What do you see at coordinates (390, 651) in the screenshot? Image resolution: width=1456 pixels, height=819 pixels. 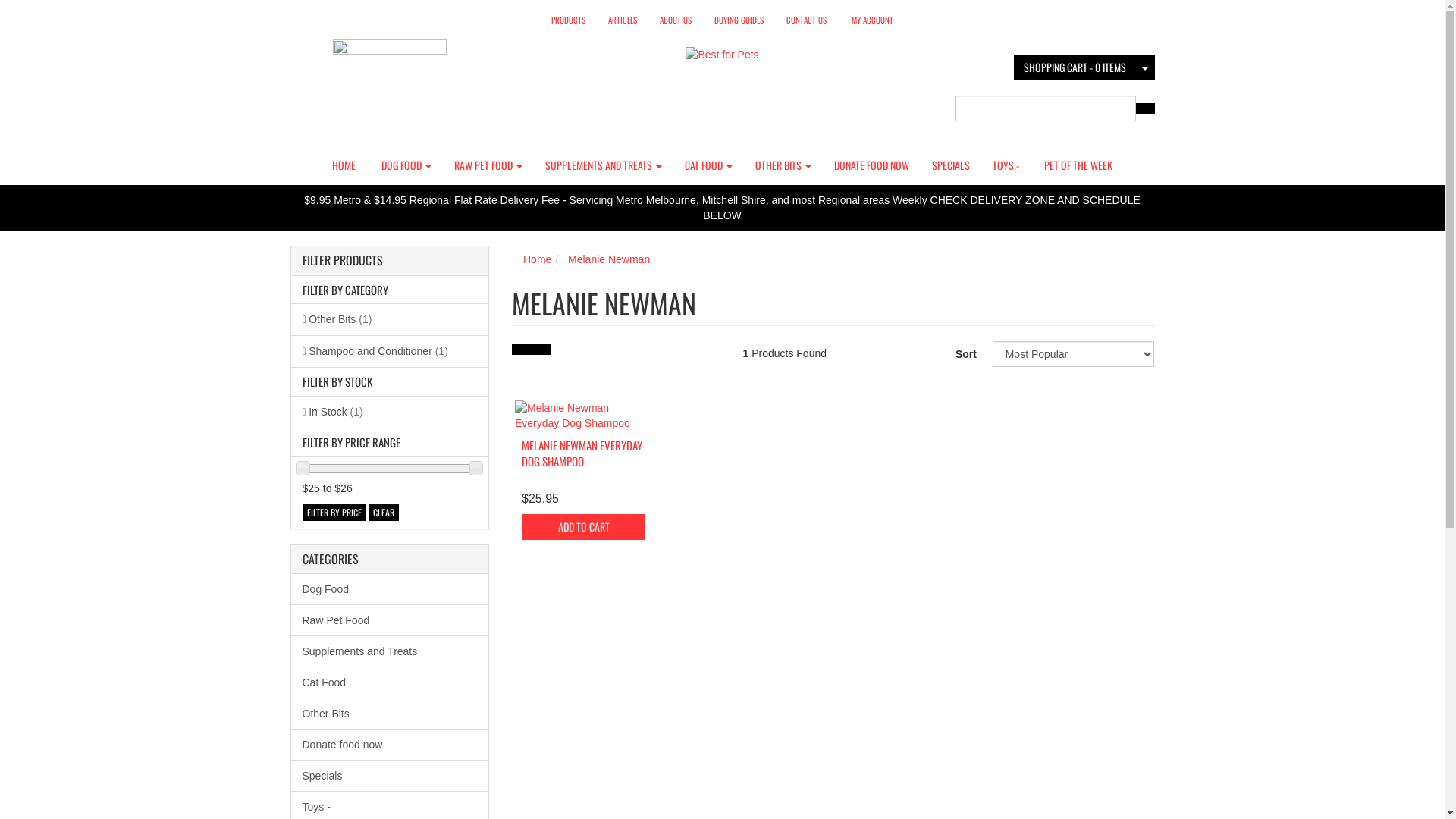 I see `'Supplements and Treats'` at bounding box center [390, 651].